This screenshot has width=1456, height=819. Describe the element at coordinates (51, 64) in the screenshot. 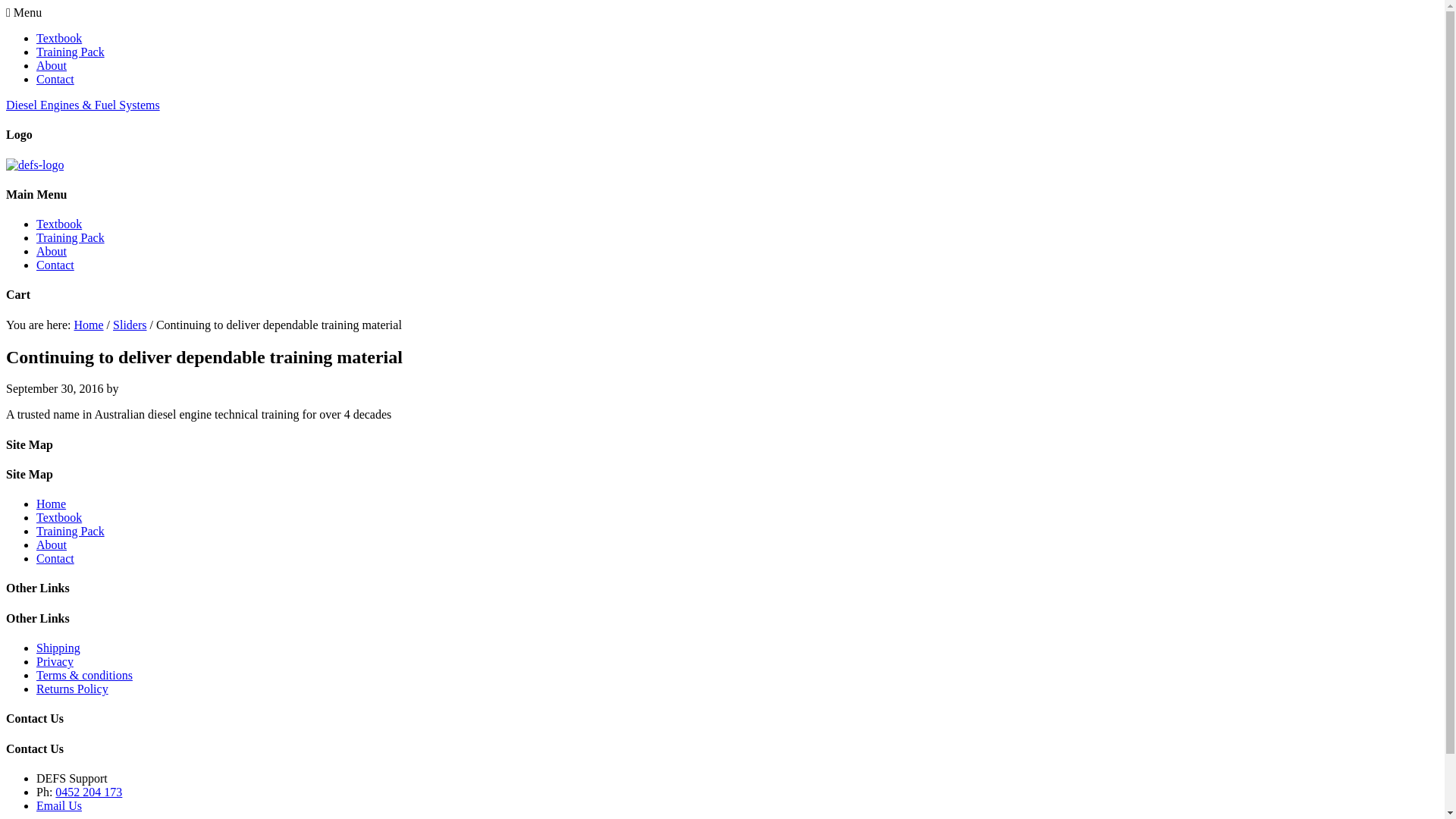

I see `'About'` at that location.